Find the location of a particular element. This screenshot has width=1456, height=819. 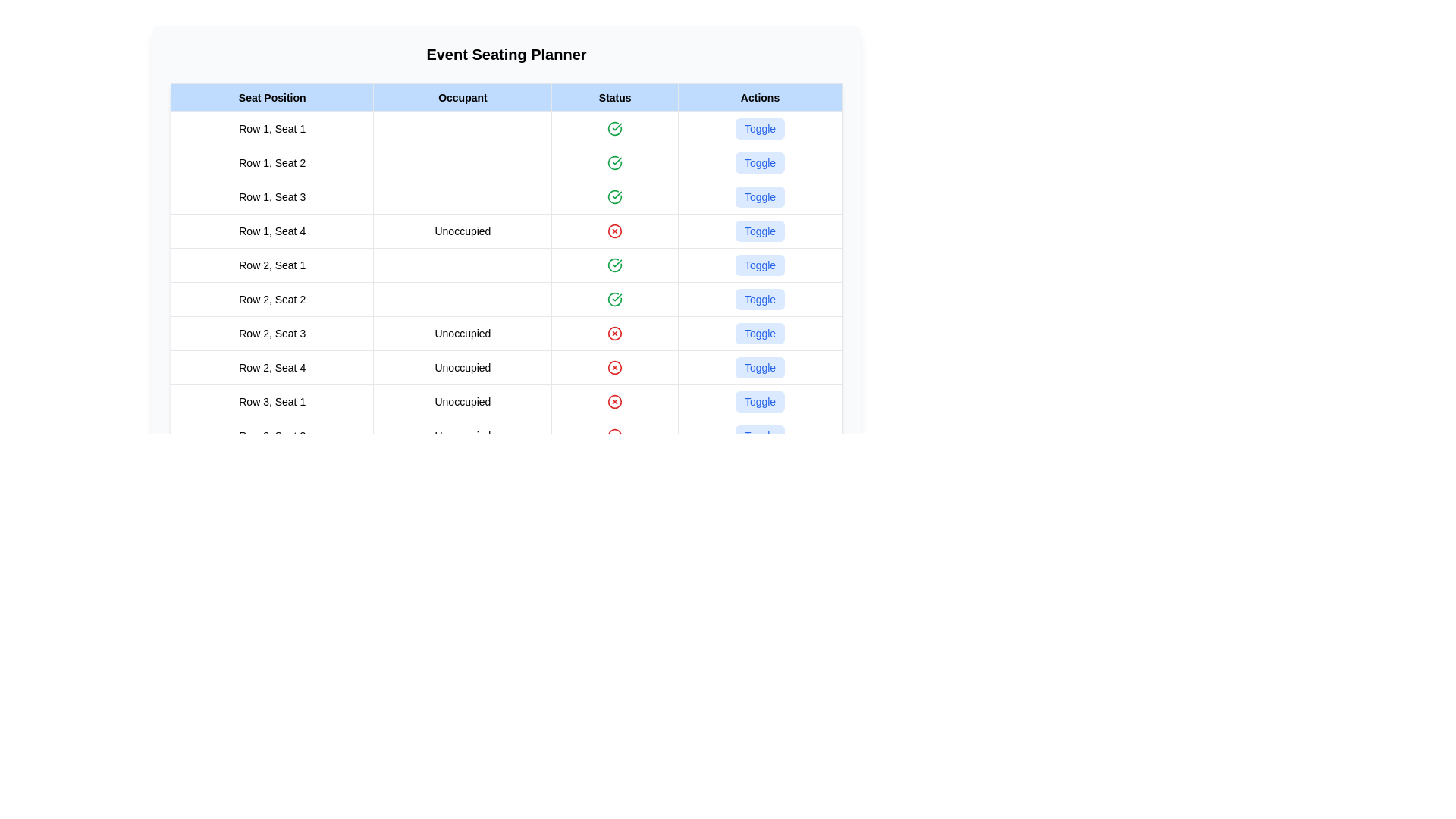

the green circular icon with a checkmark inside, located in the third cell of the 'Status' column for 'Row 2, Seat 1' is located at coordinates (615, 265).